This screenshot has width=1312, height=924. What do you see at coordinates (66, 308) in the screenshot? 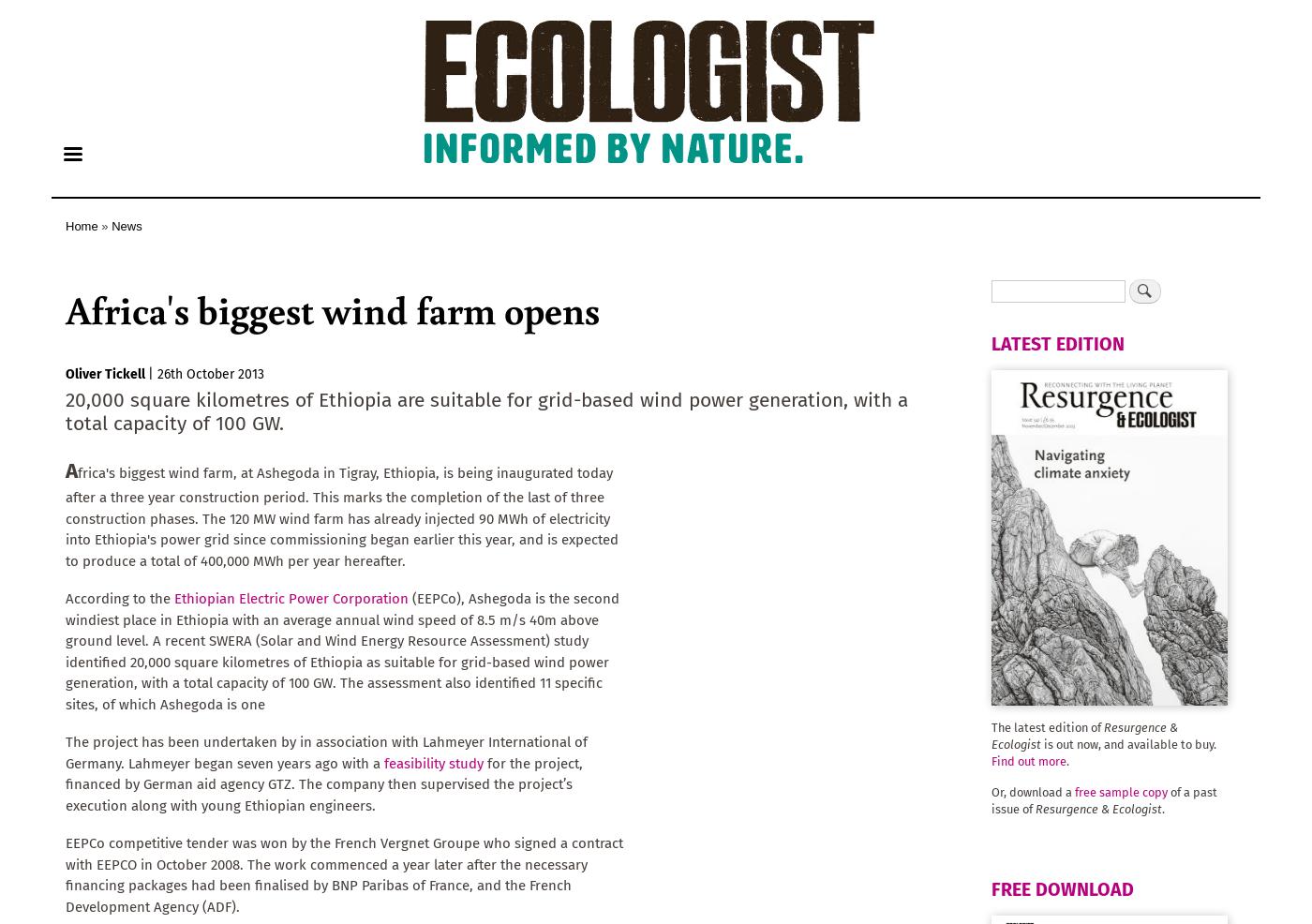
I see `'Africa's biggest wind farm opens'` at bounding box center [66, 308].